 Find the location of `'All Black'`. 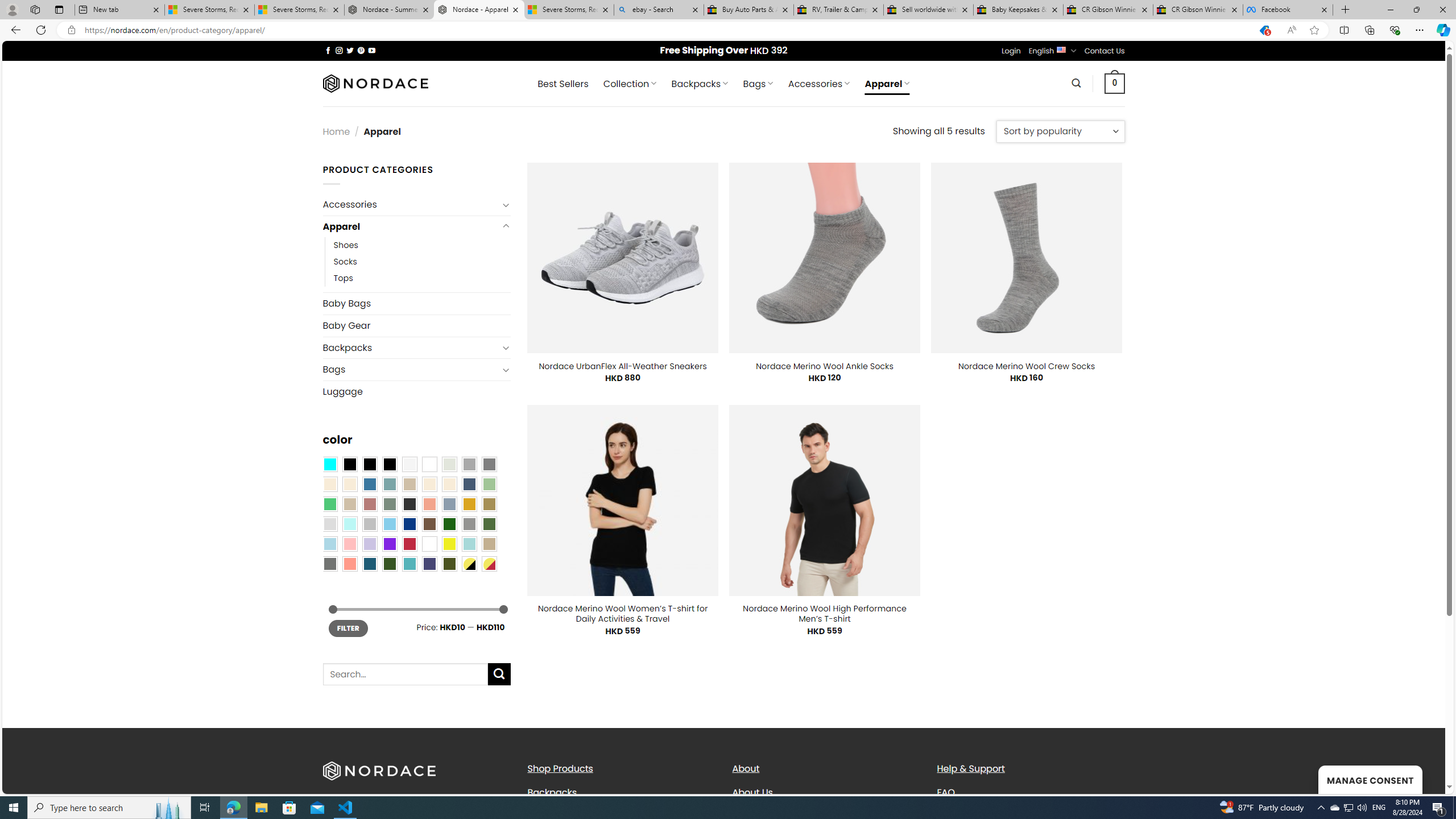

'All Black' is located at coordinates (349, 464).